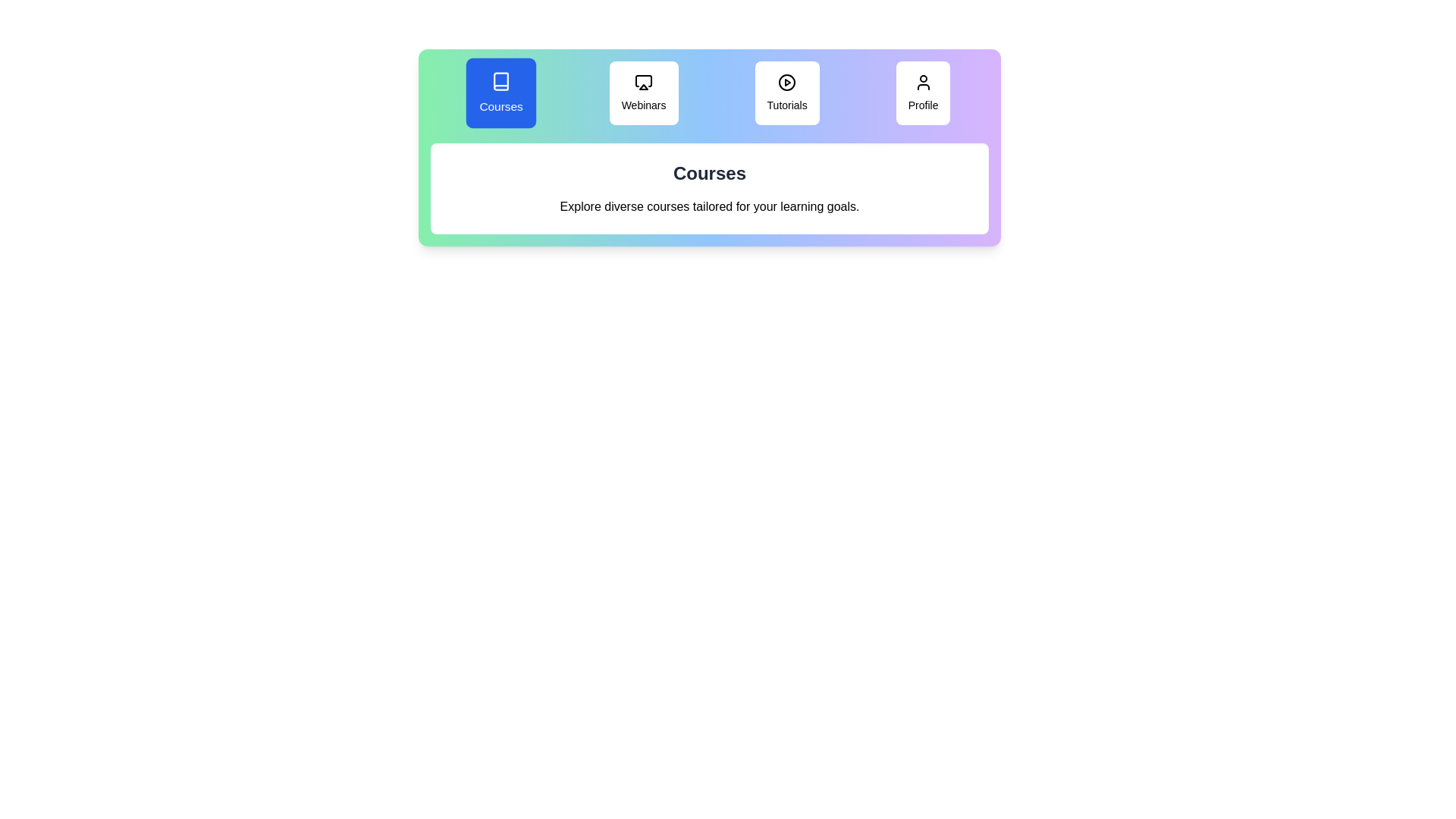 This screenshot has width=1456, height=819. What do you see at coordinates (644, 93) in the screenshot?
I see `the tab labeled 'Webinars' to view its content` at bounding box center [644, 93].